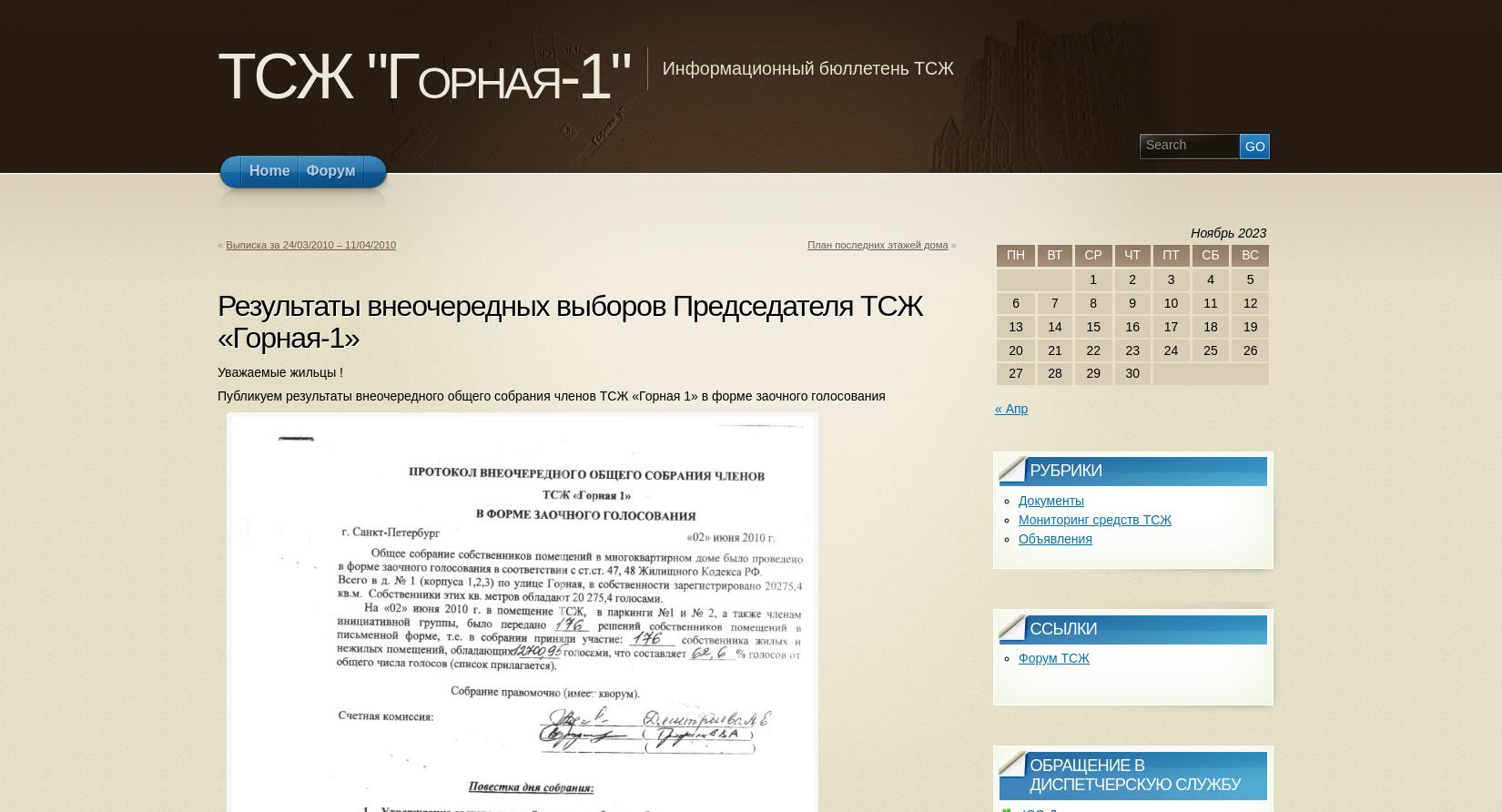  Describe the element at coordinates (1015, 324) in the screenshot. I see `'13'` at that location.